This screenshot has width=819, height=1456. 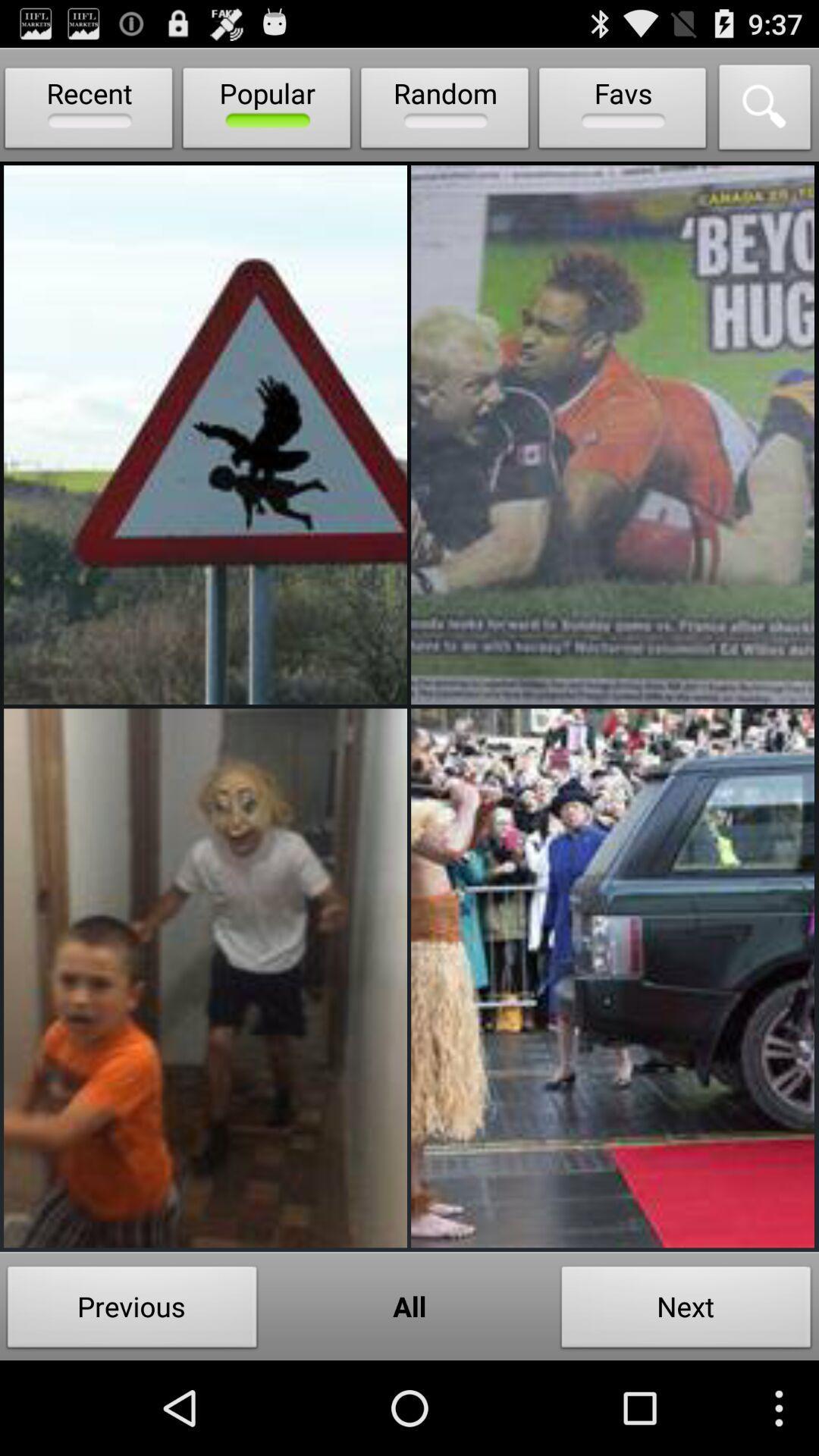 I want to click on popular icon, so click(x=266, y=111).